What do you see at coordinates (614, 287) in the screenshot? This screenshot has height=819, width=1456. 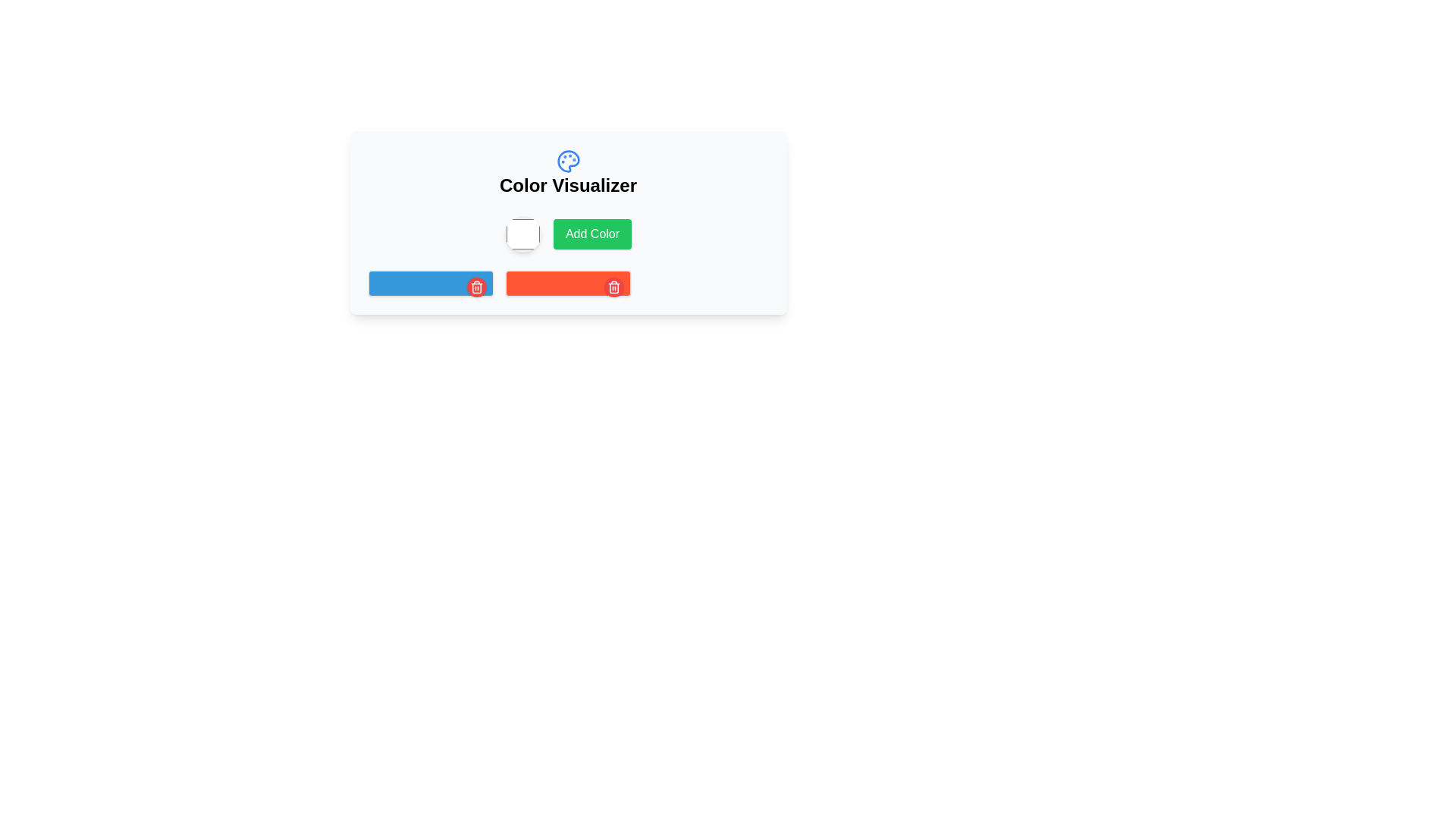 I see `the small circular button with a red background and a white trash can icon to observe any hover effects` at bounding box center [614, 287].